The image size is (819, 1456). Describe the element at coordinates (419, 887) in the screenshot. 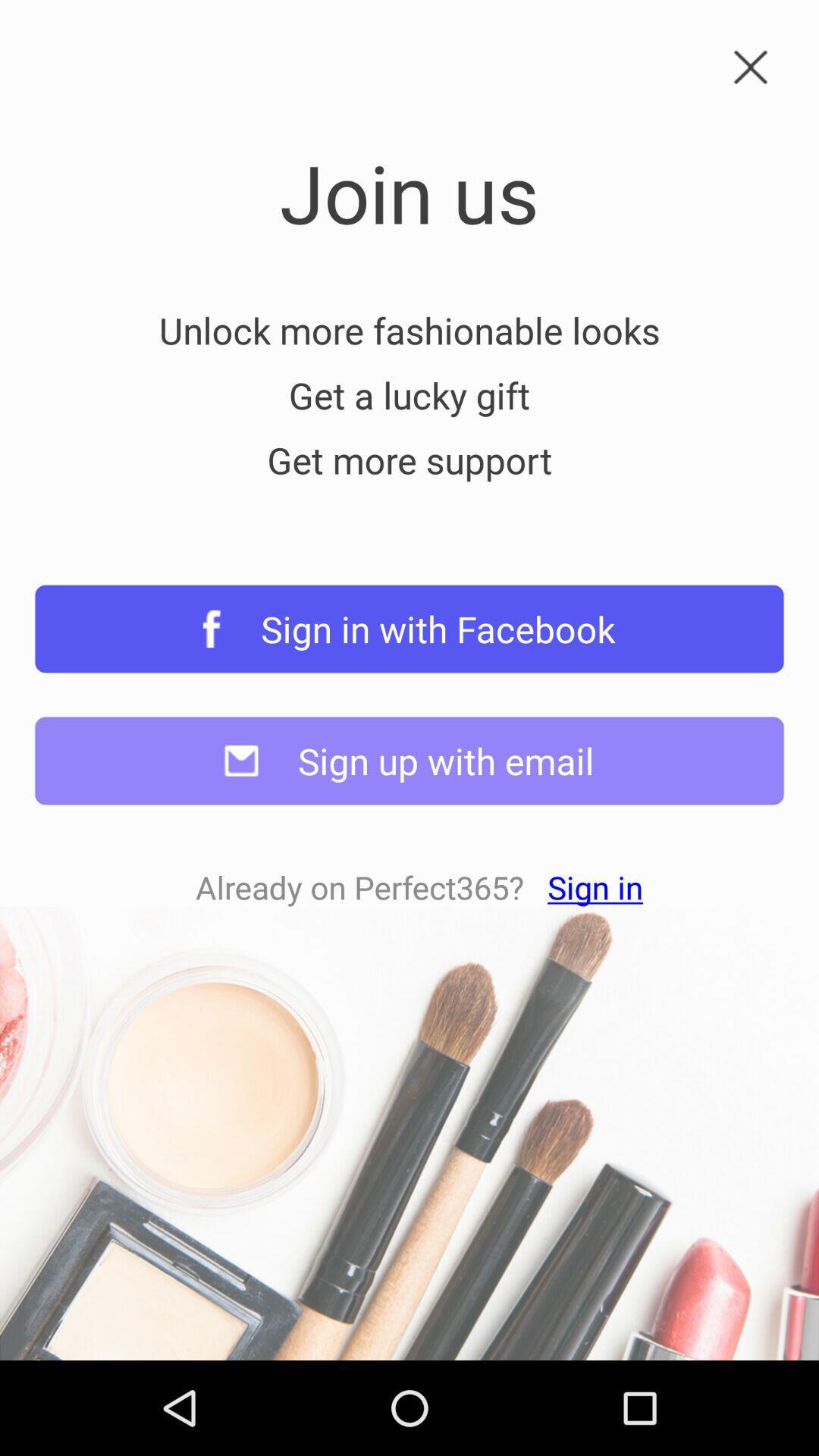

I see `the already on perfect365` at that location.